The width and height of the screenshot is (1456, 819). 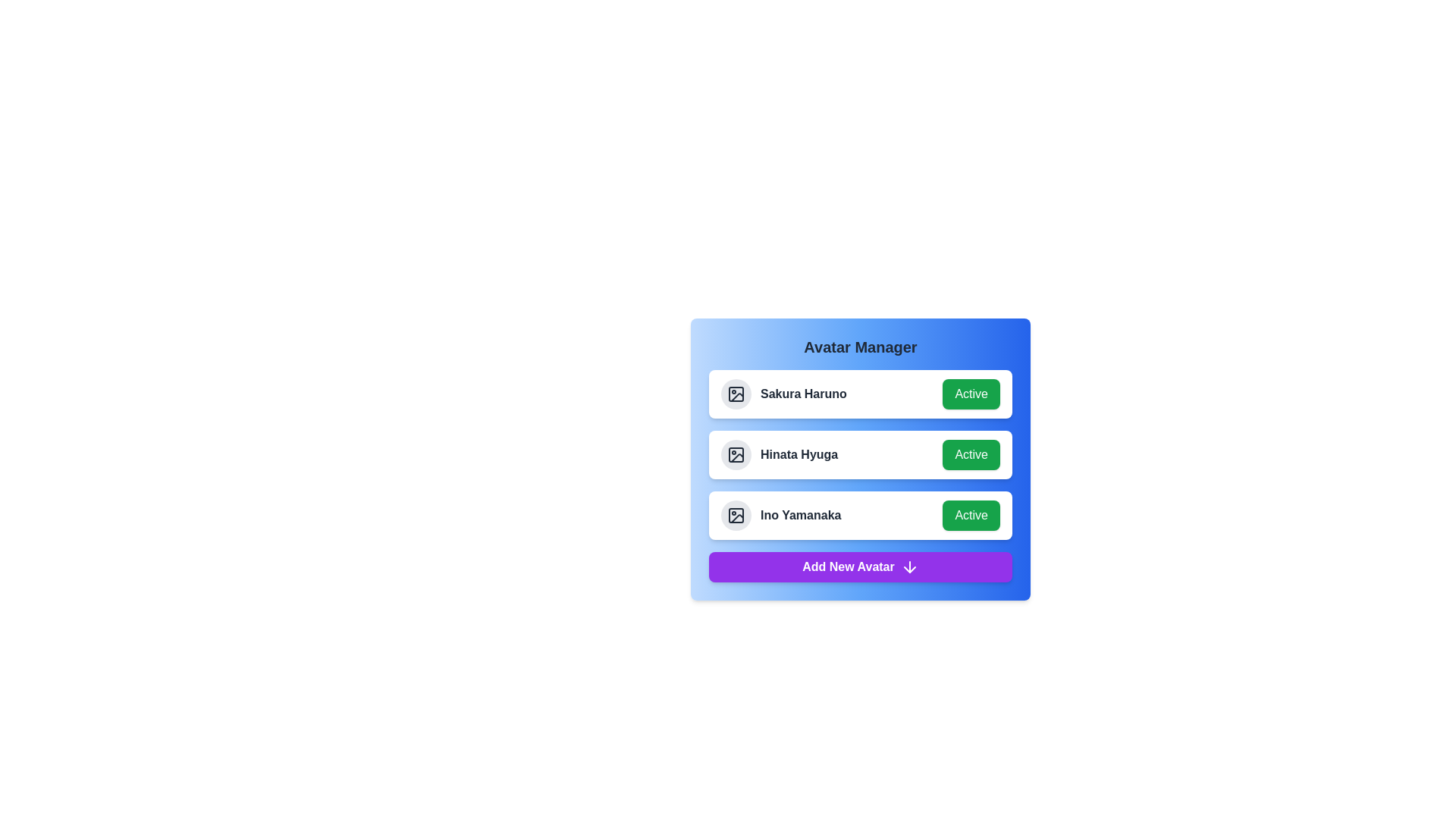 What do you see at coordinates (736, 514) in the screenshot?
I see `the grayish rectangular icon with rounded corners located in the 'Ino Yamanaka' section of the avatar management component` at bounding box center [736, 514].